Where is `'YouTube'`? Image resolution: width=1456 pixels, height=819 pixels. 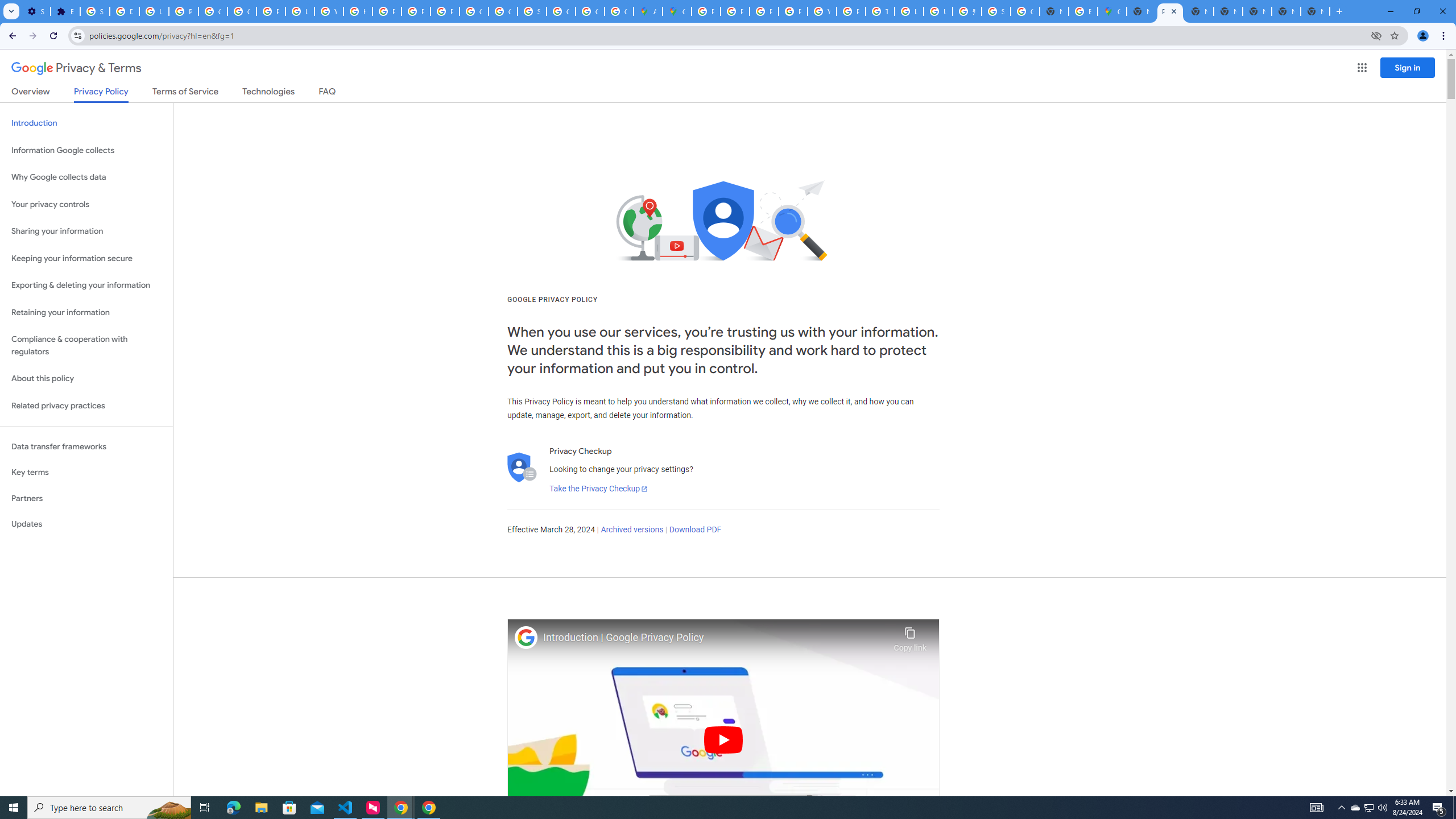
'YouTube' is located at coordinates (328, 11).